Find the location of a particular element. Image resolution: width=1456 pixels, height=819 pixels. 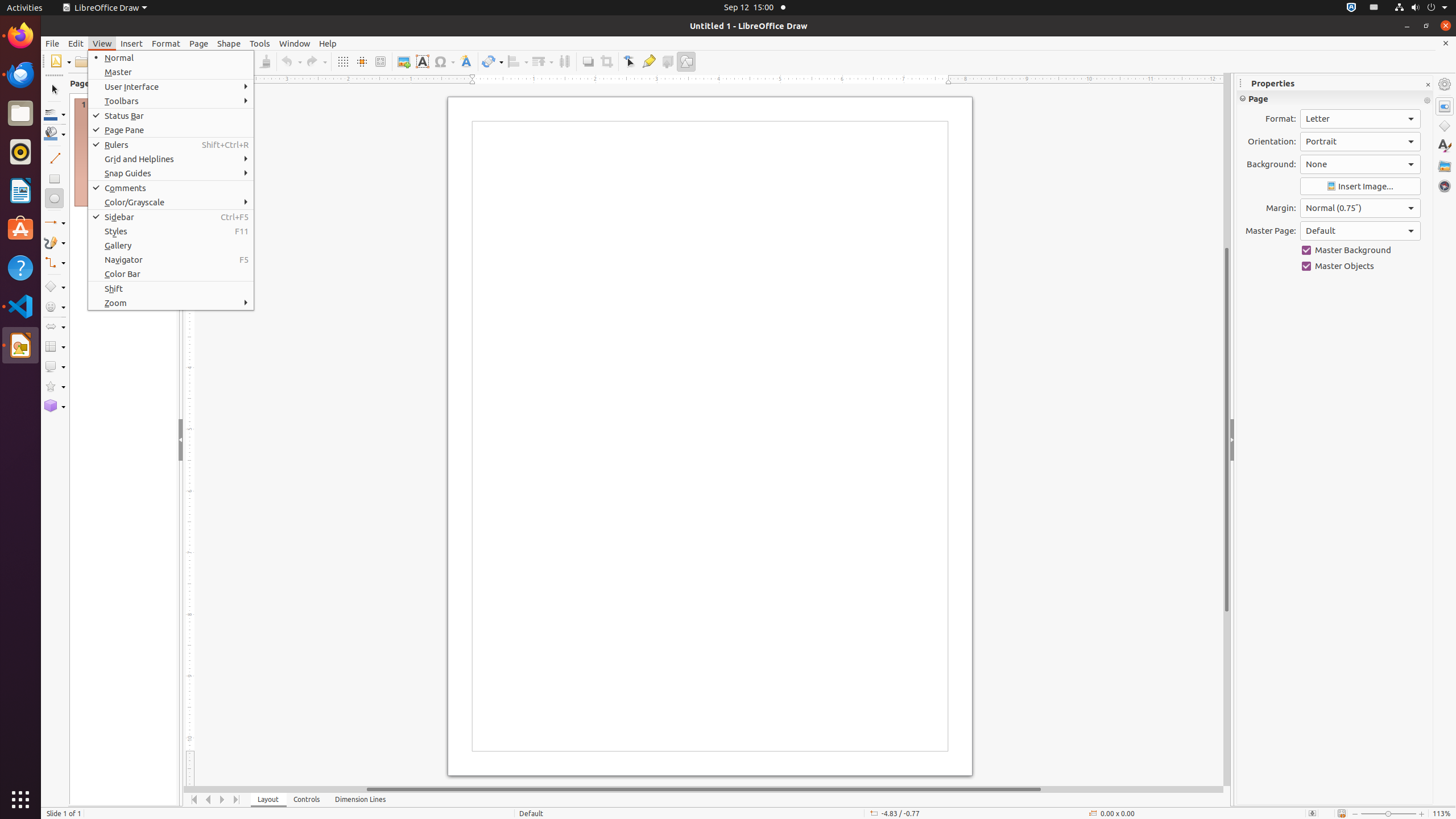

':1.72/StatusNotifierItem' is located at coordinates (1350, 7).